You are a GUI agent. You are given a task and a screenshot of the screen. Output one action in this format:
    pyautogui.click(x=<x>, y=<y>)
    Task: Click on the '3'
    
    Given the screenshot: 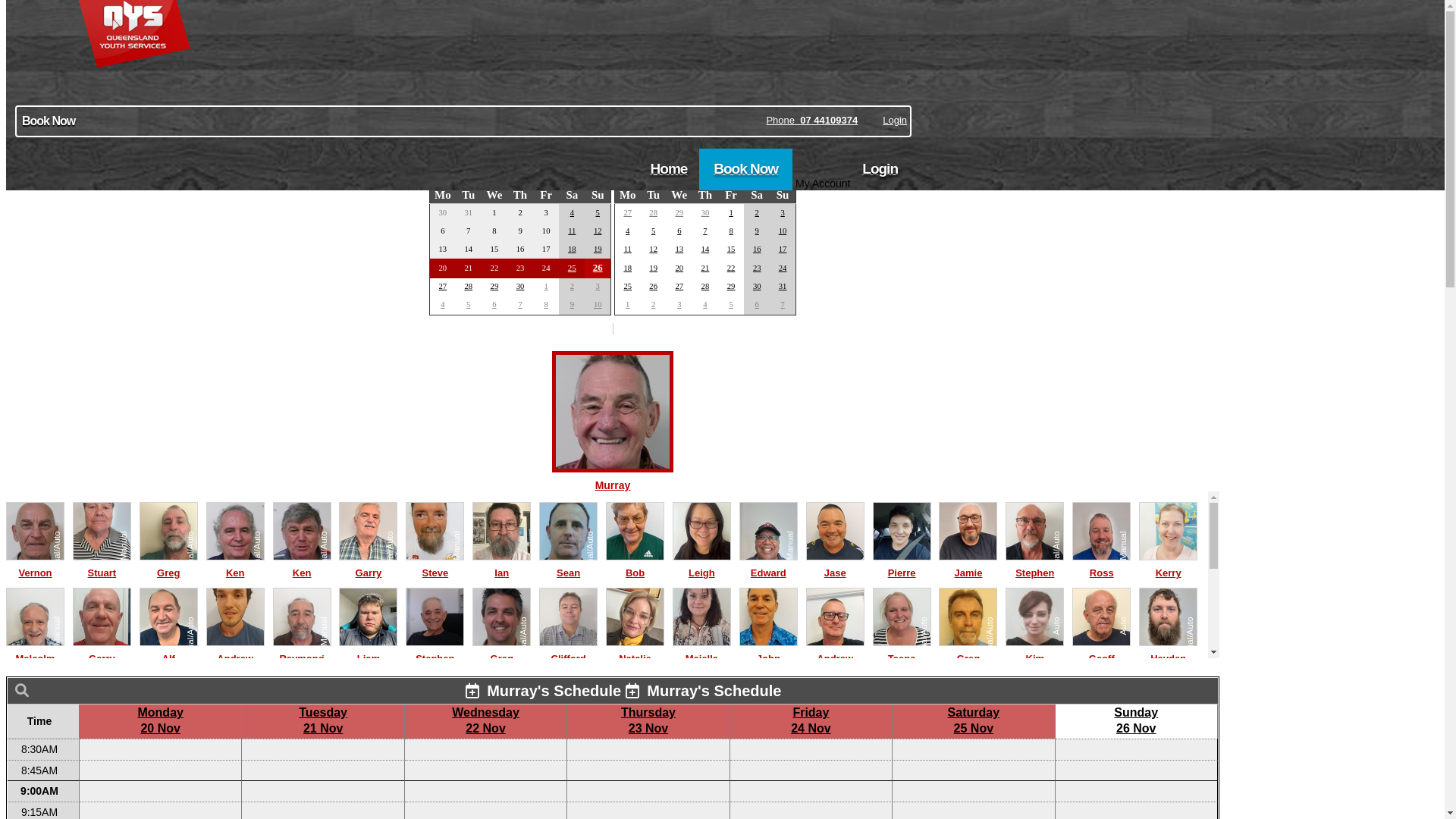 What is the action you would take?
    pyautogui.click(x=782, y=212)
    